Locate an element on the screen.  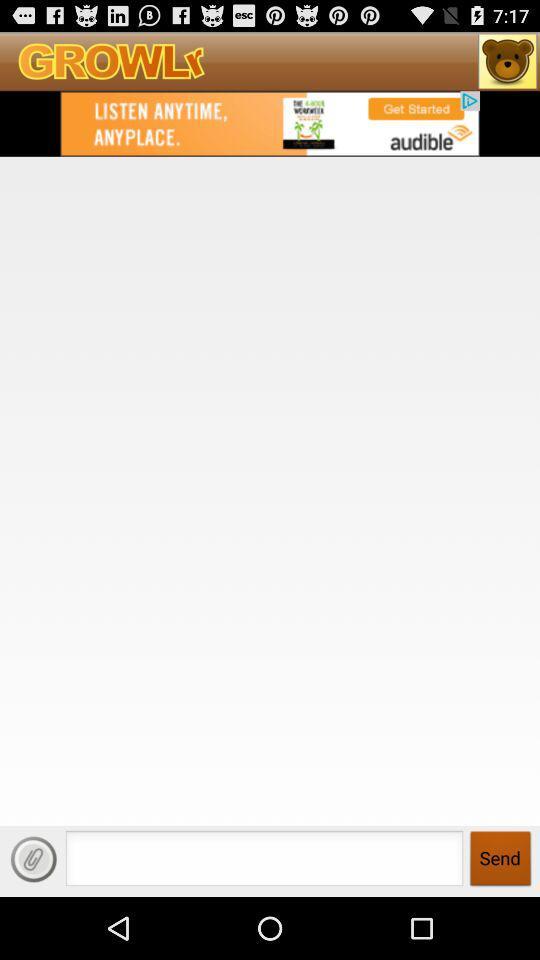
attach item is located at coordinates (32, 858).